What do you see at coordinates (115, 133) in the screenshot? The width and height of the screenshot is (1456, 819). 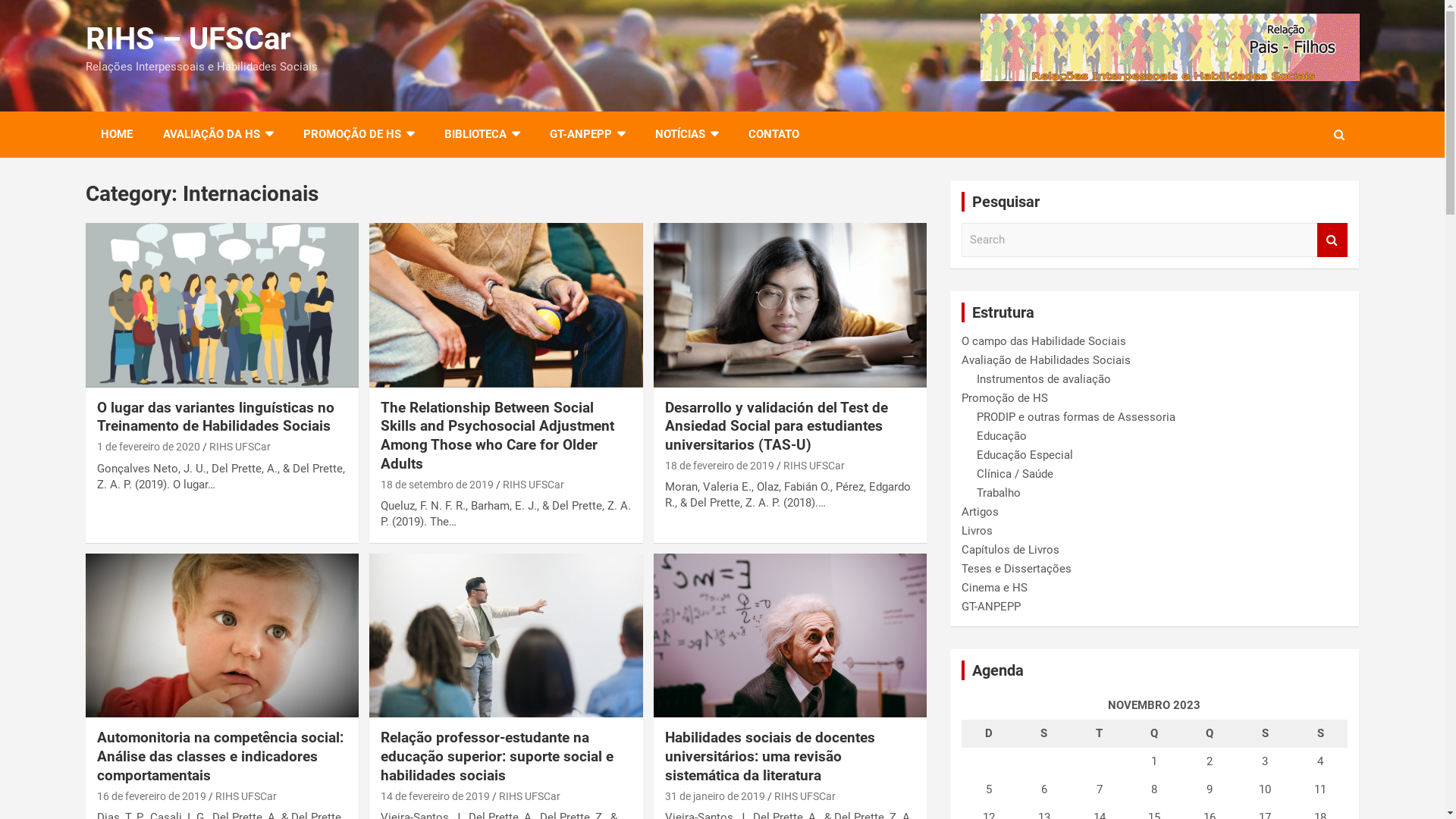 I see `'HOME'` at bounding box center [115, 133].